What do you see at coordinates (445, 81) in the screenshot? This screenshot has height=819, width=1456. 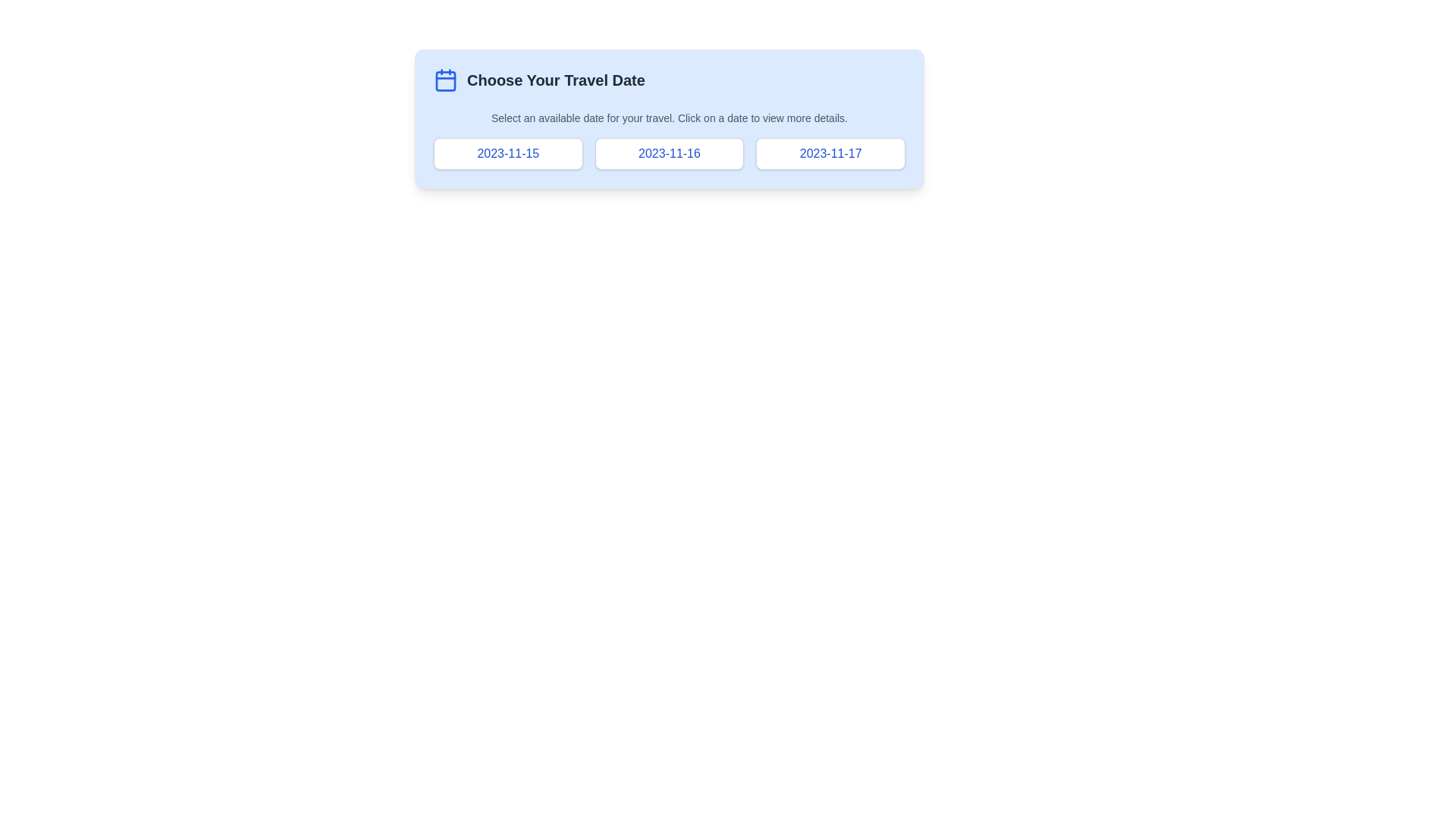 I see `the decorative graphical element of the calendar-style icon located at the top left of the informational card, which is part of the SVG element and positioned next to the 'Choose Your Travel Date' heading` at bounding box center [445, 81].